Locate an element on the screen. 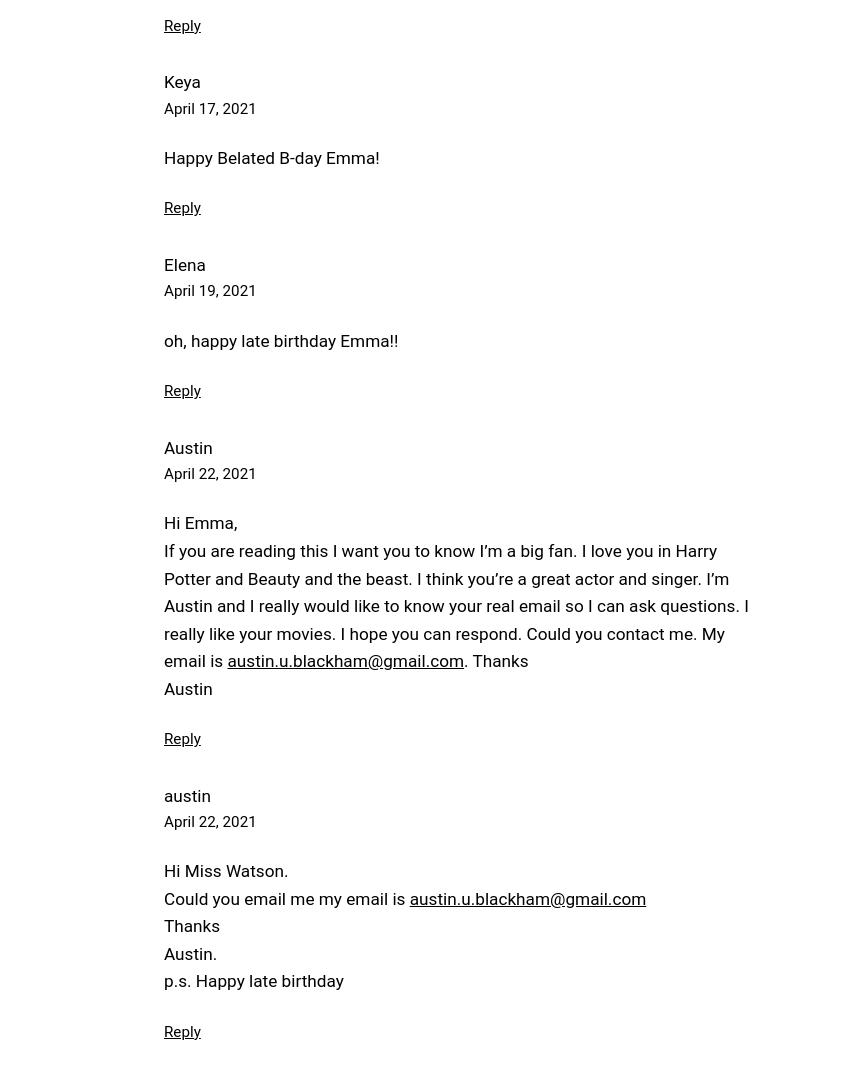 The height and width of the screenshot is (1074, 850). '. Thanks' is located at coordinates (495, 660).